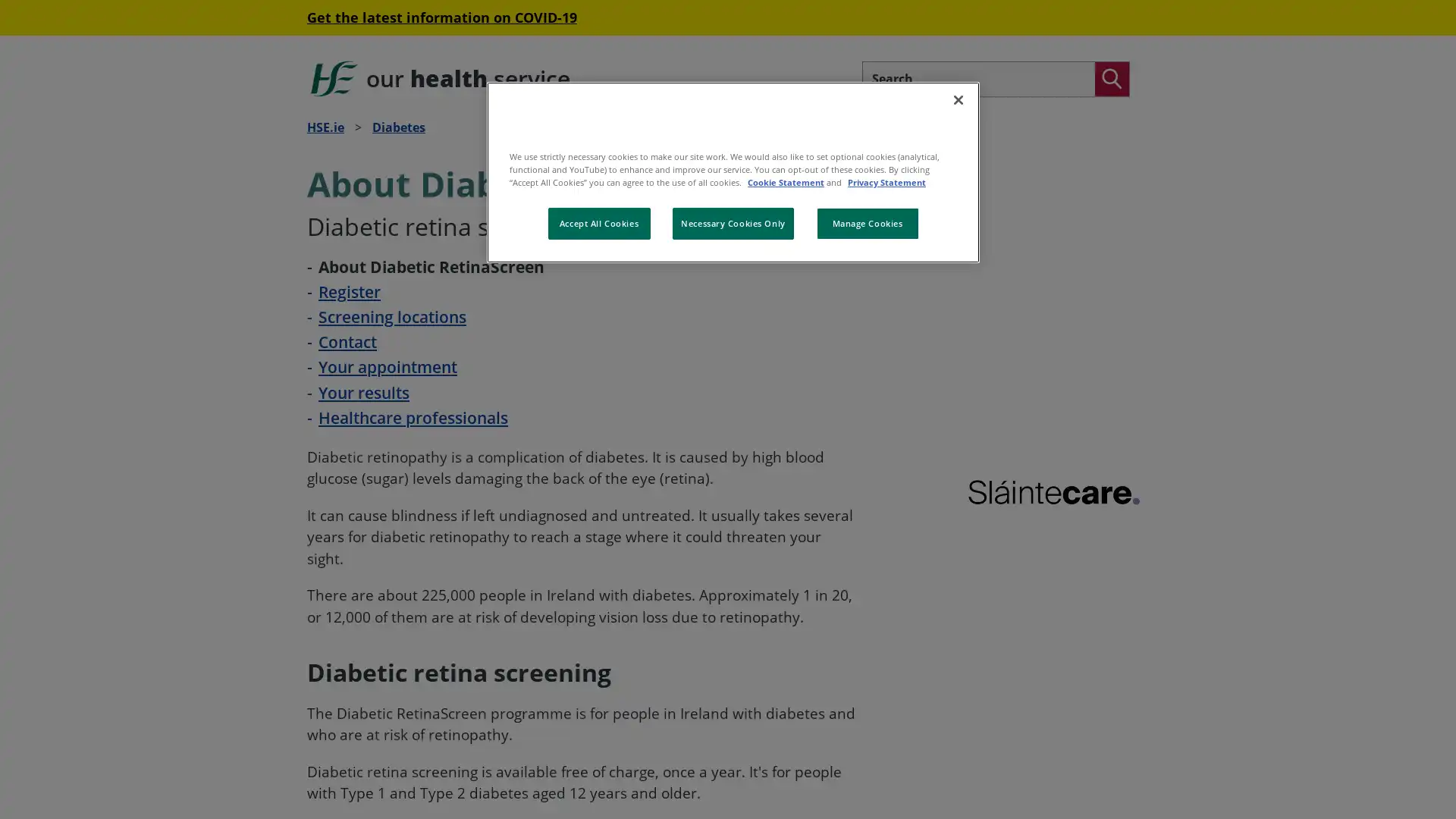 This screenshot has height=819, width=1456. I want to click on Close, so click(957, 99).